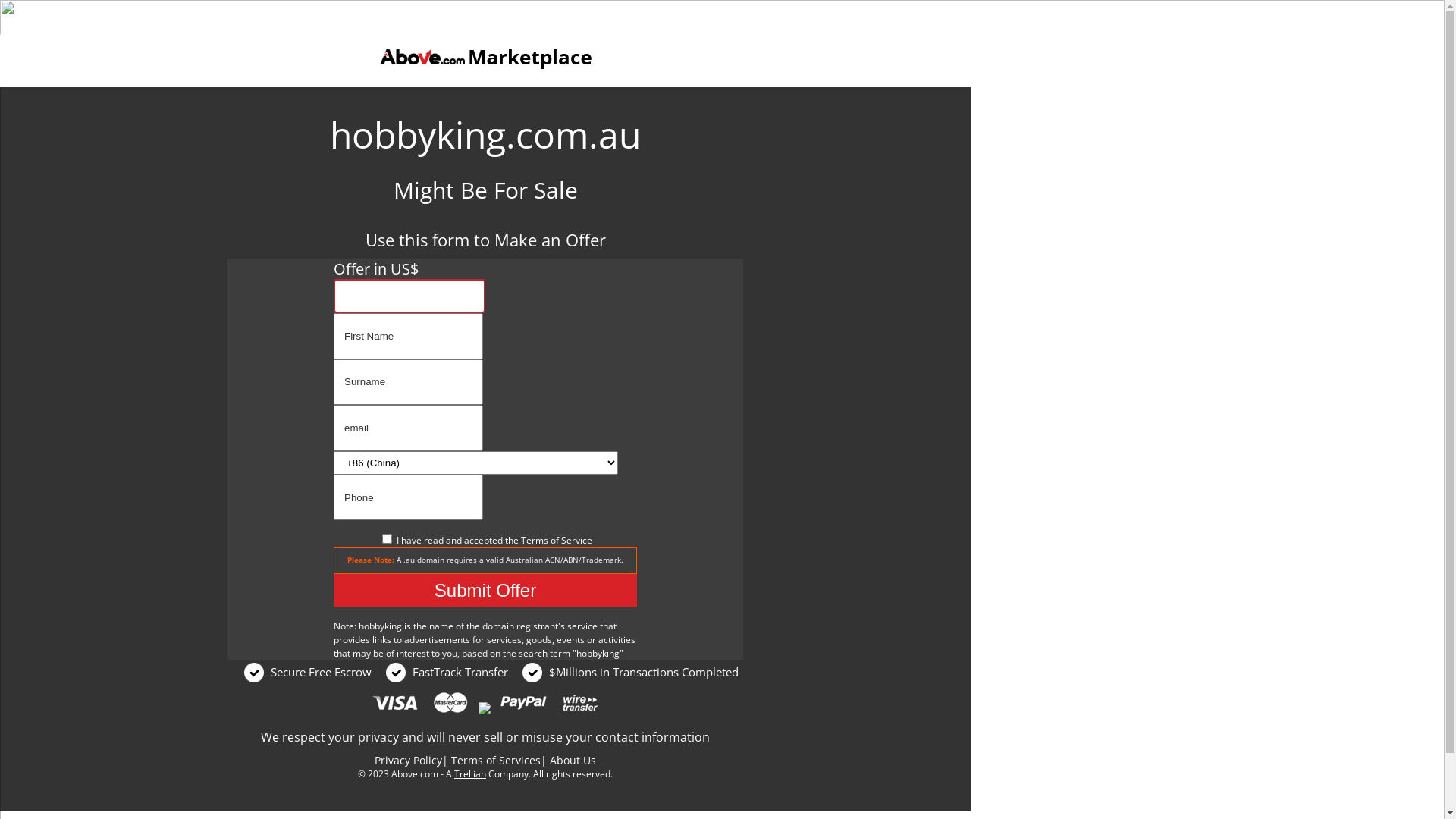  I want to click on 'Terms of Services', so click(450, 760).